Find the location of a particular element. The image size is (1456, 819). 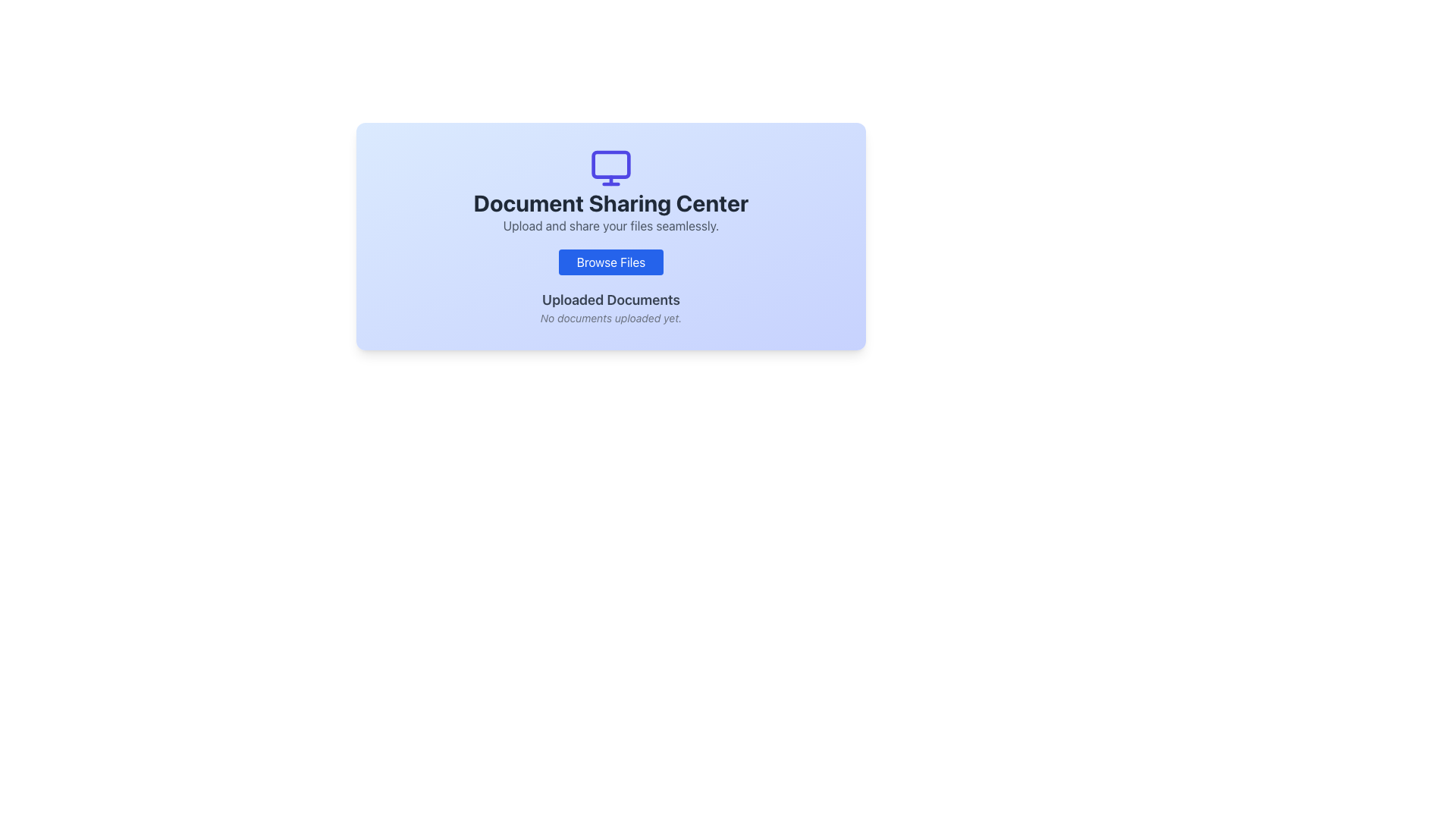

the decorative graphic element that enhances the representation of a computer monitor, located at the top of the card, centrally aligned within the monitor's outline is located at coordinates (611, 164).